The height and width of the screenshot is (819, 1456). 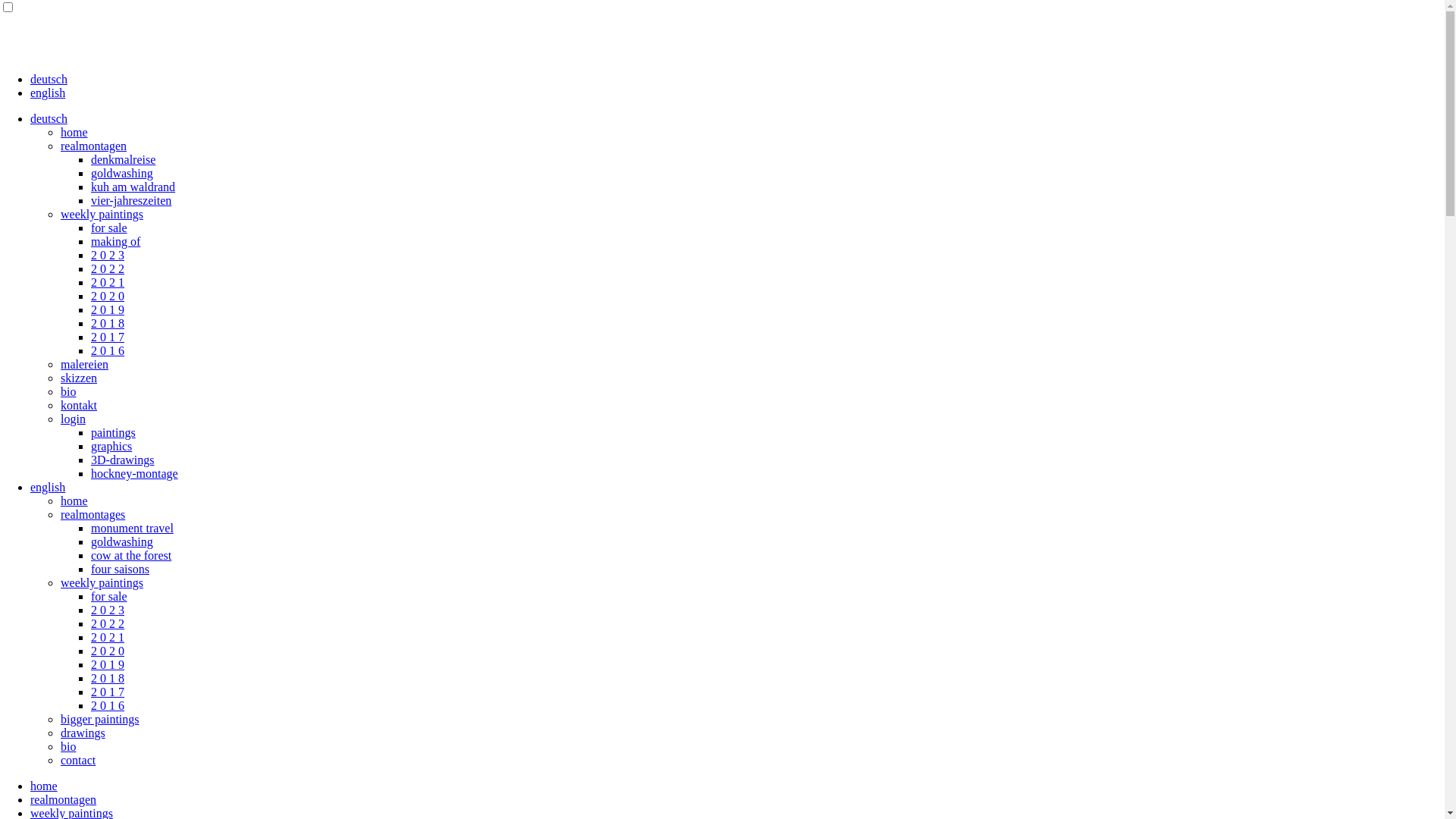 I want to click on '2 0 2 1', so click(x=90, y=637).